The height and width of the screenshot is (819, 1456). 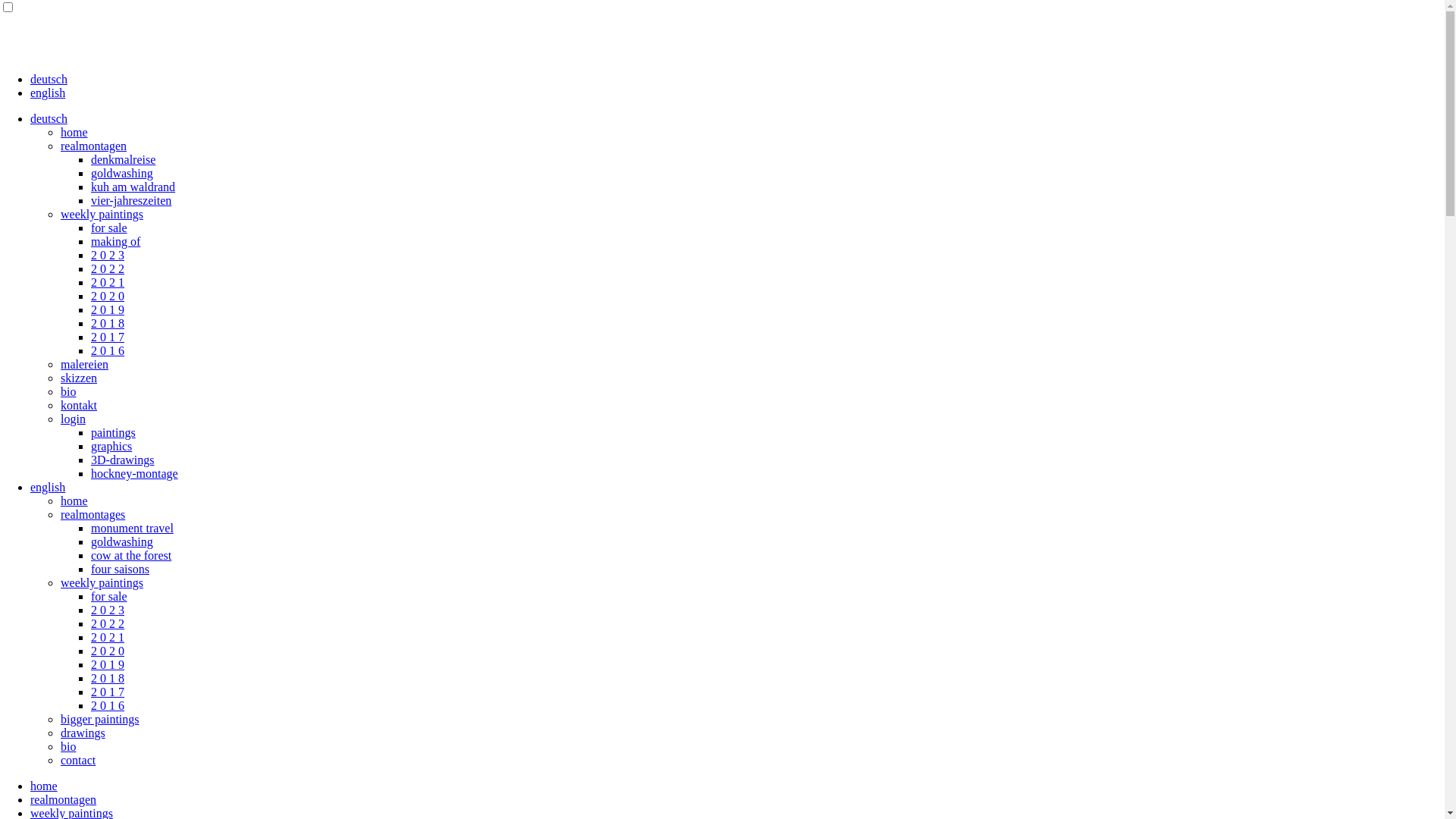 I want to click on '2 0 2 1', so click(x=90, y=637).